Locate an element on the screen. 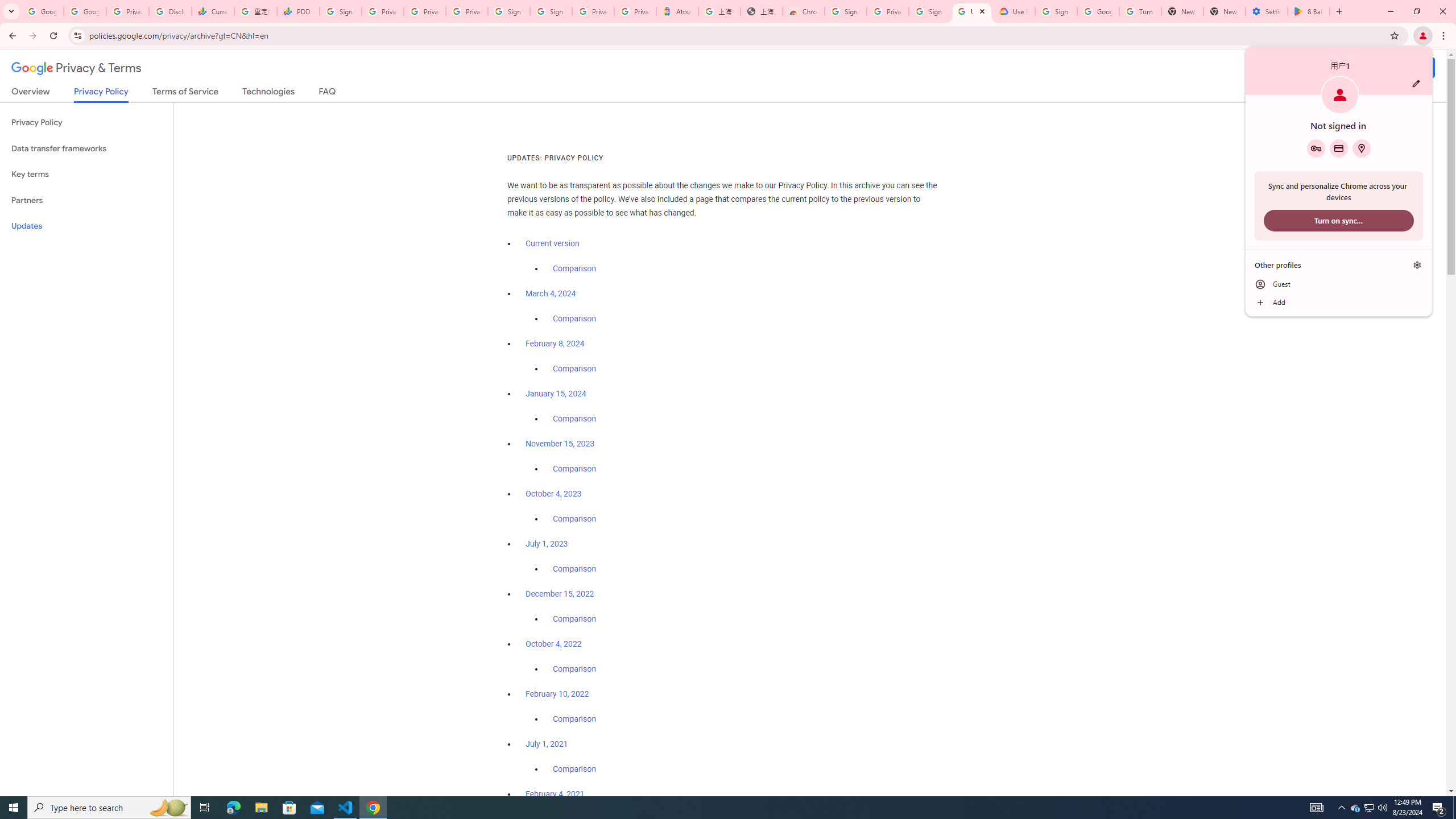  'Visual Studio Code - 1 running window' is located at coordinates (345, 806).